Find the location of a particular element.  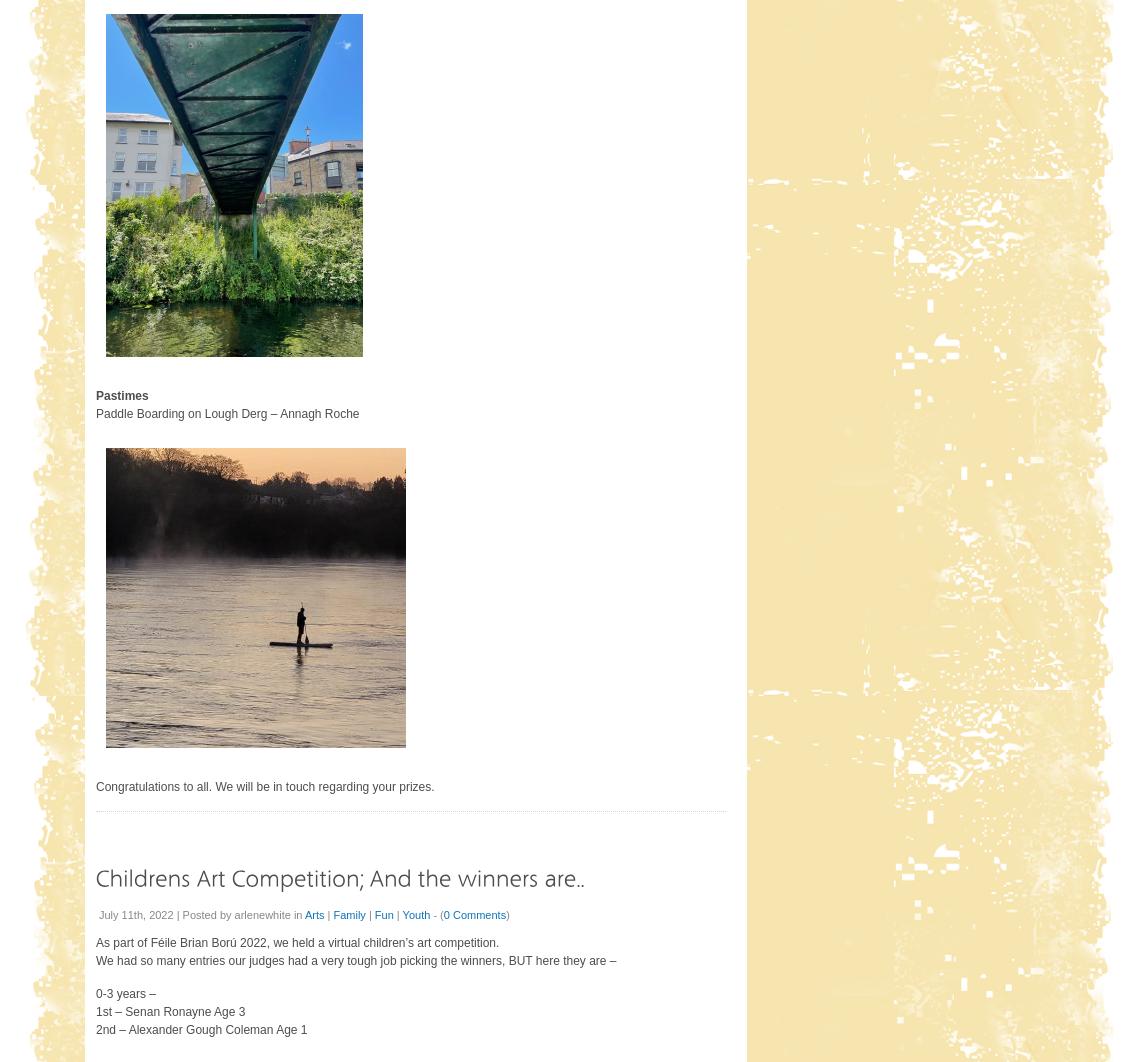

'1st – Senan Ronayne Age 3' is located at coordinates (94, 1010).